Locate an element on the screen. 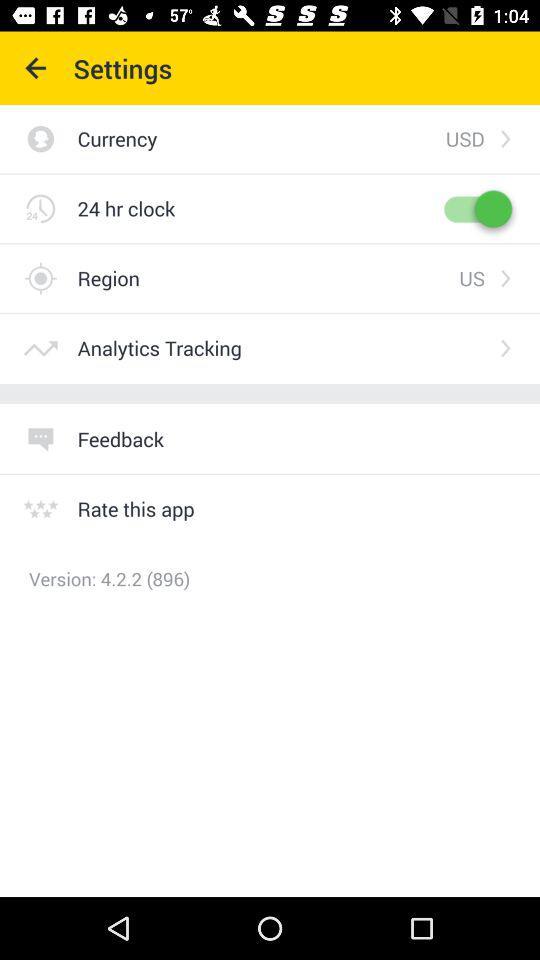 Image resolution: width=540 pixels, height=960 pixels. the icon which is left side of the region is located at coordinates (40, 277).